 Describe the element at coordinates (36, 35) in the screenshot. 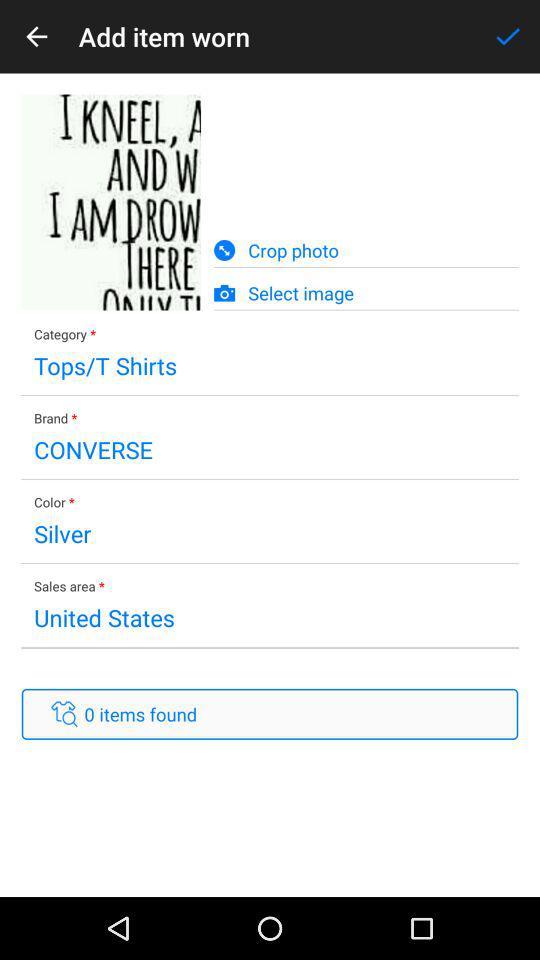

I see `item to the left of add item worn icon` at that location.